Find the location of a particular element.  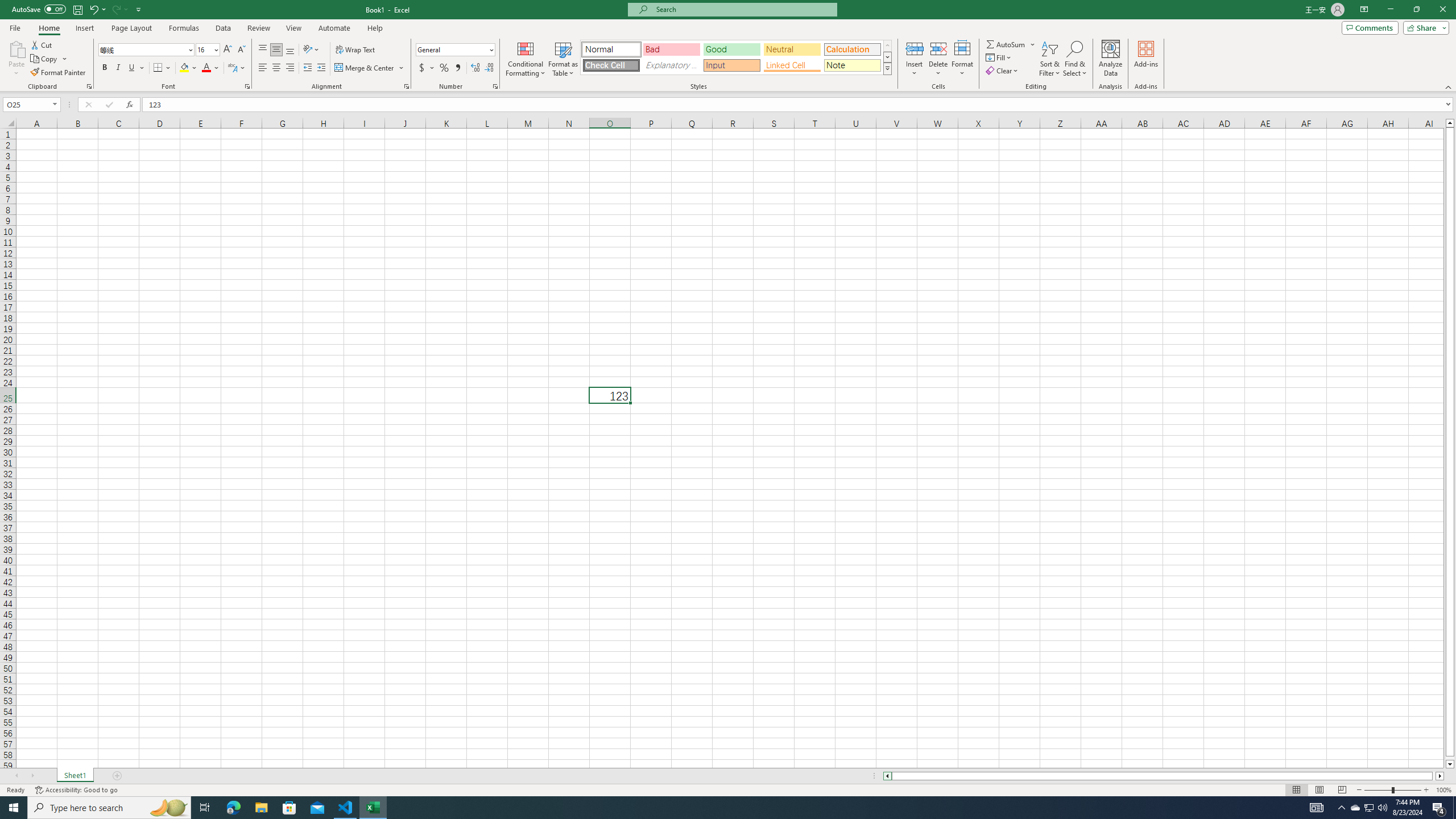

'Good' is located at coordinates (731, 49).